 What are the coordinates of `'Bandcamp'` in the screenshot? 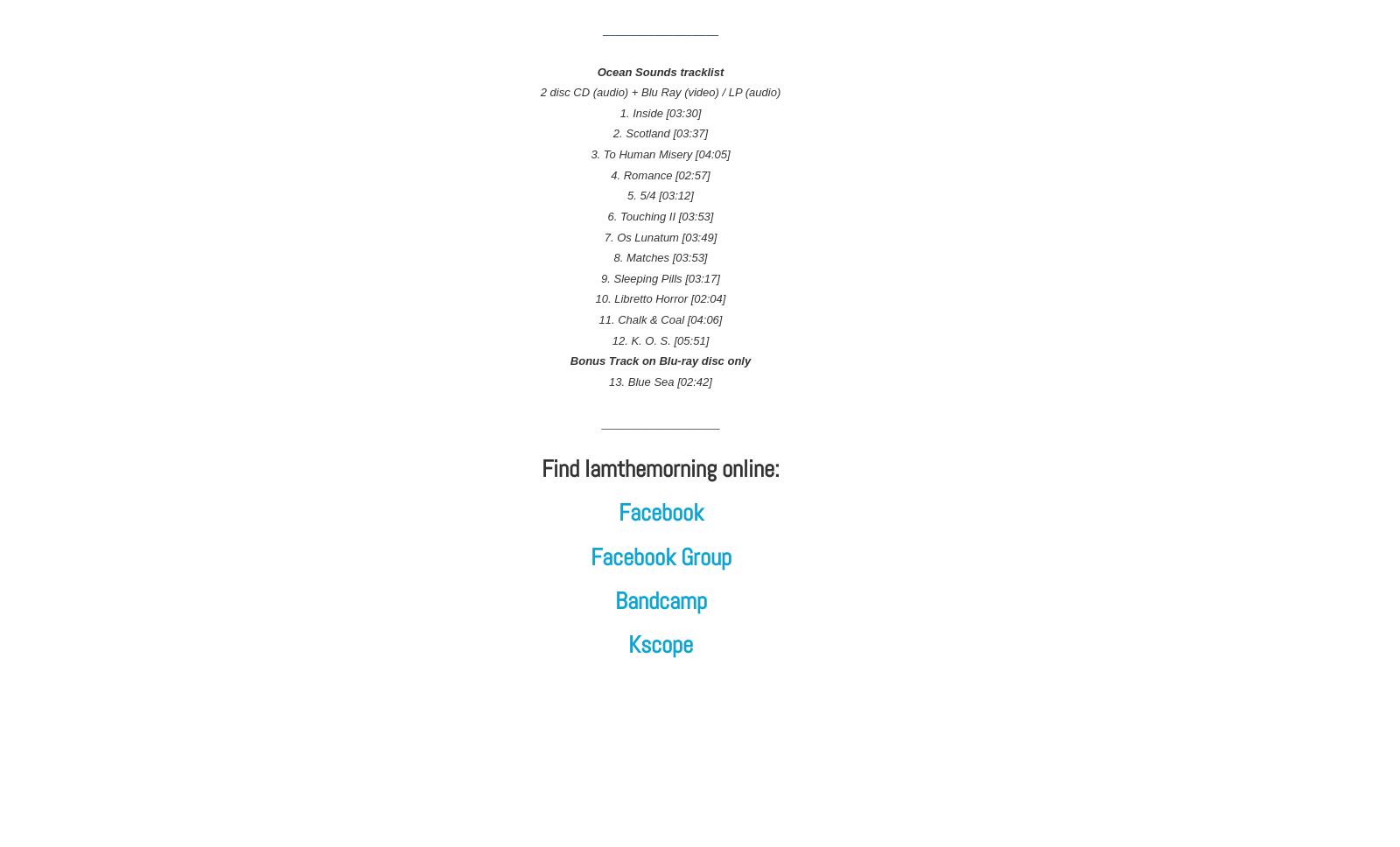 It's located at (660, 600).